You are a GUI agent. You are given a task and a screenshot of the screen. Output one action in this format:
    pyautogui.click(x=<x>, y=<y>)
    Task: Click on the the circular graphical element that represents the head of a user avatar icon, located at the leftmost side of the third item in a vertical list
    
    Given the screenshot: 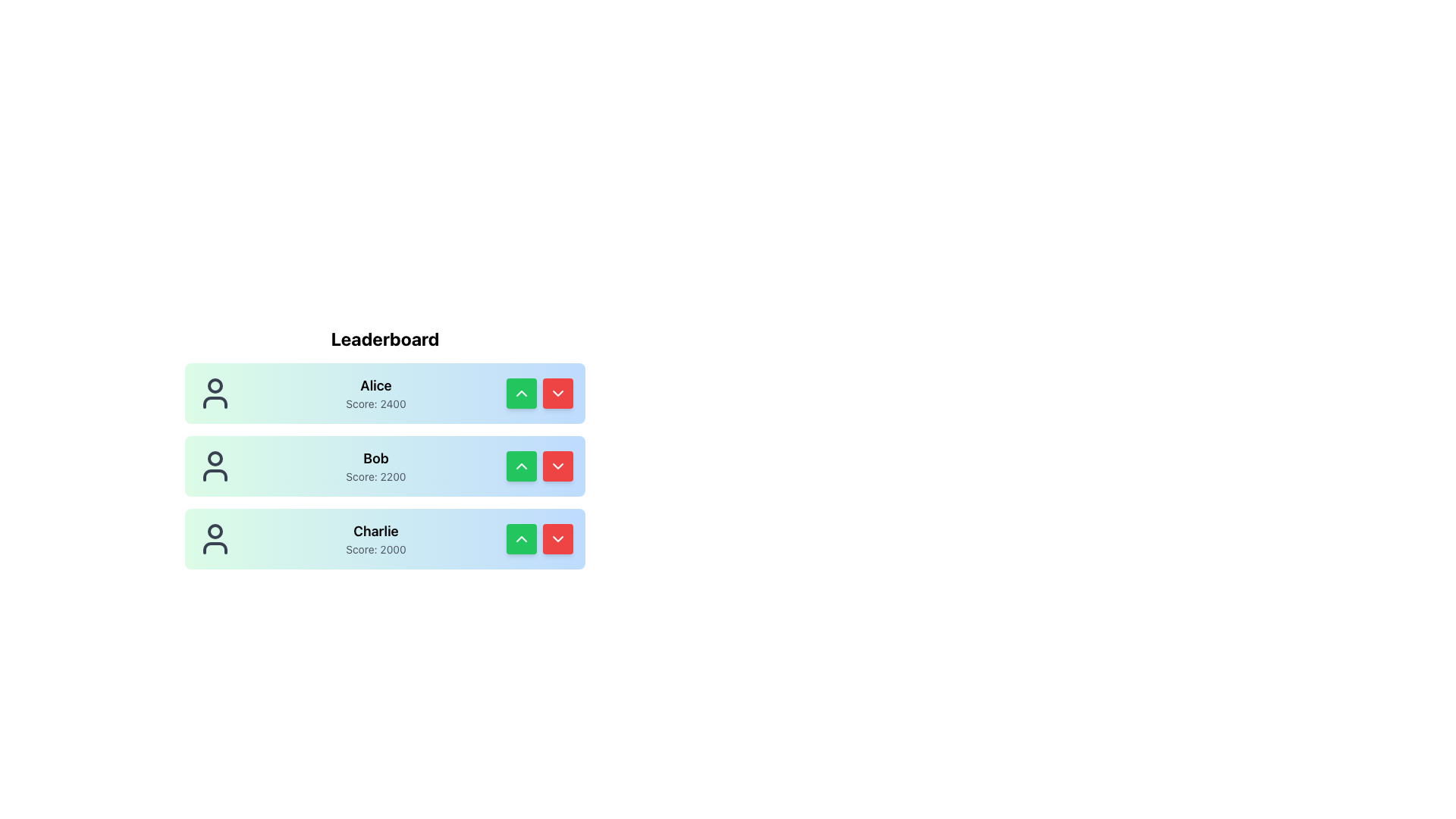 What is the action you would take?
    pyautogui.click(x=214, y=531)
    